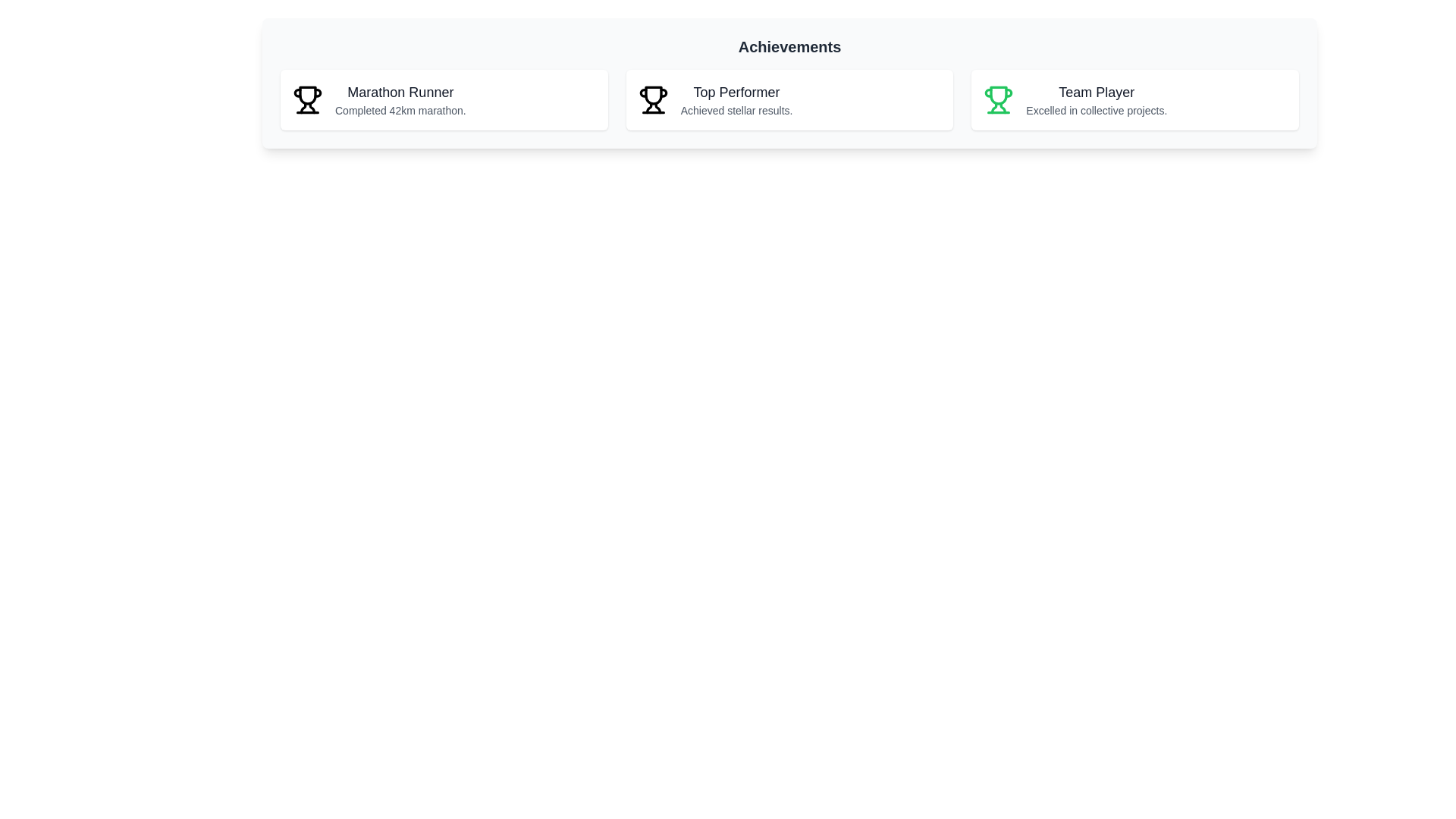 The width and height of the screenshot is (1456, 819). Describe the element at coordinates (653, 99) in the screenshot. I see `the 'Top Performer' achievement icon located at the top-left corner of the corresponding card` at that location.